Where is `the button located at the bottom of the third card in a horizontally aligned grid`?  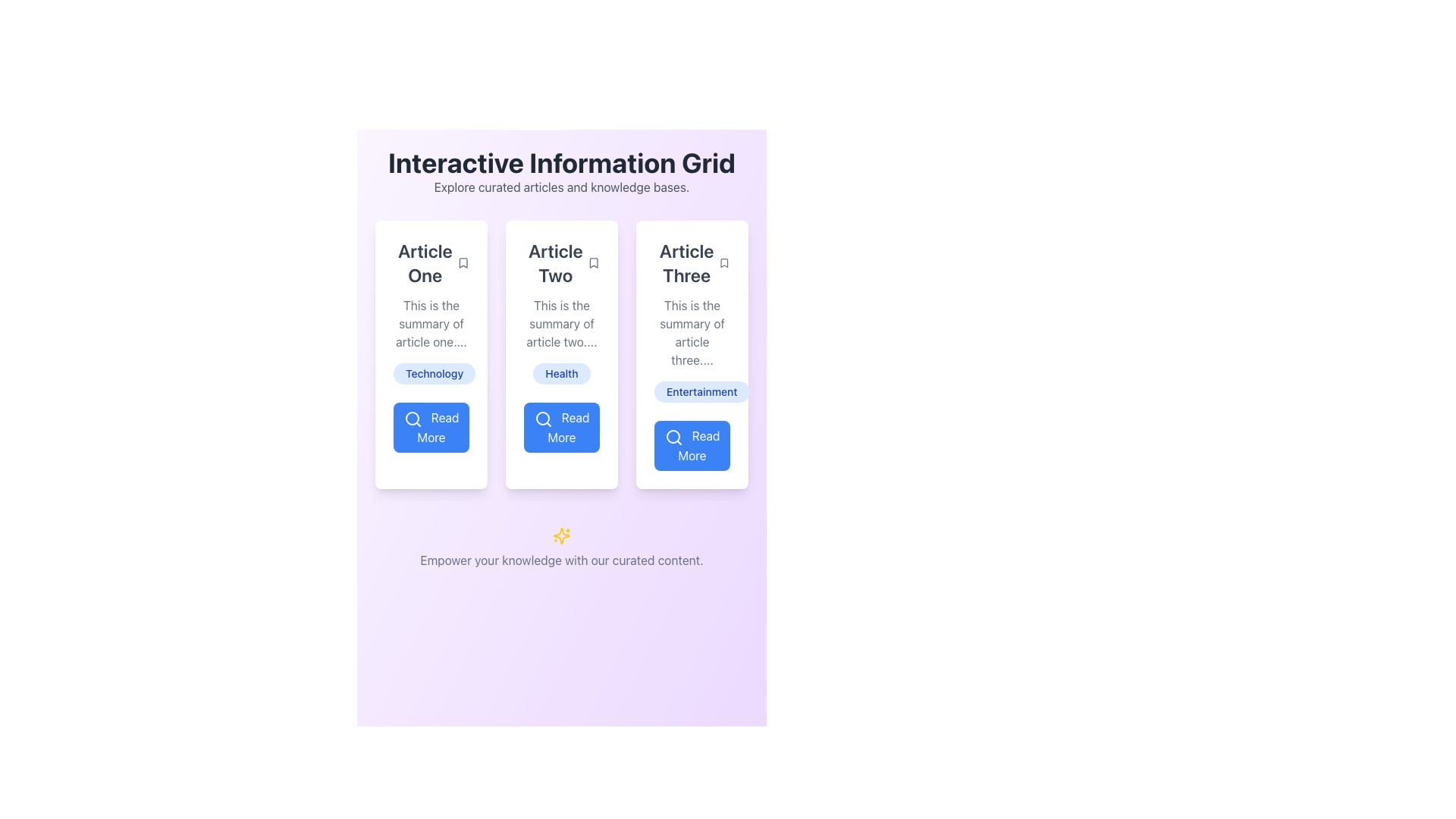 the button located at the bottom of the third card in a horizontally aligned grid is located at coordinates (691, 444).